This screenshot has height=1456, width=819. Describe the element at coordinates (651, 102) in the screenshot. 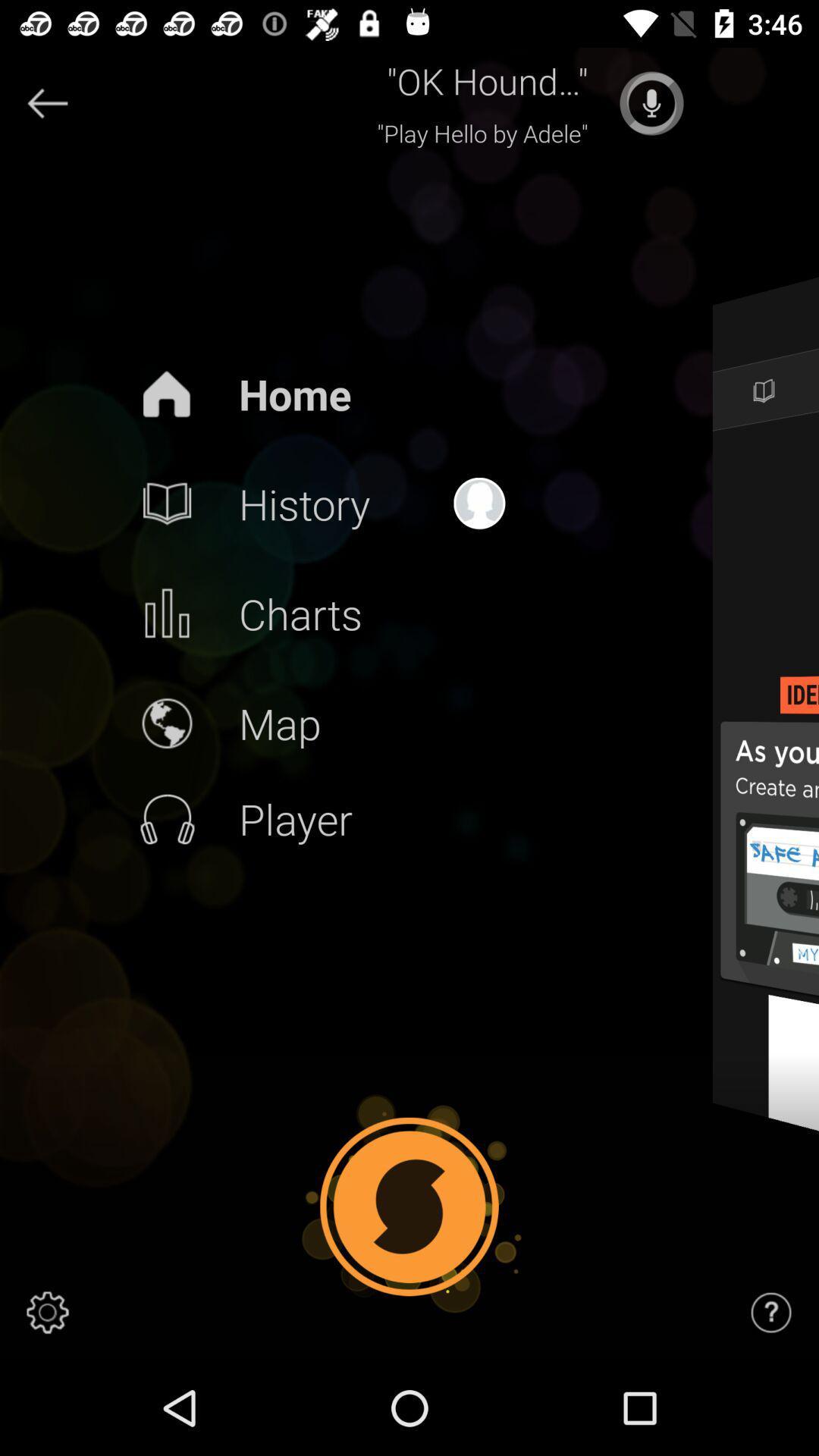

I see `the microphone icon` at that location.